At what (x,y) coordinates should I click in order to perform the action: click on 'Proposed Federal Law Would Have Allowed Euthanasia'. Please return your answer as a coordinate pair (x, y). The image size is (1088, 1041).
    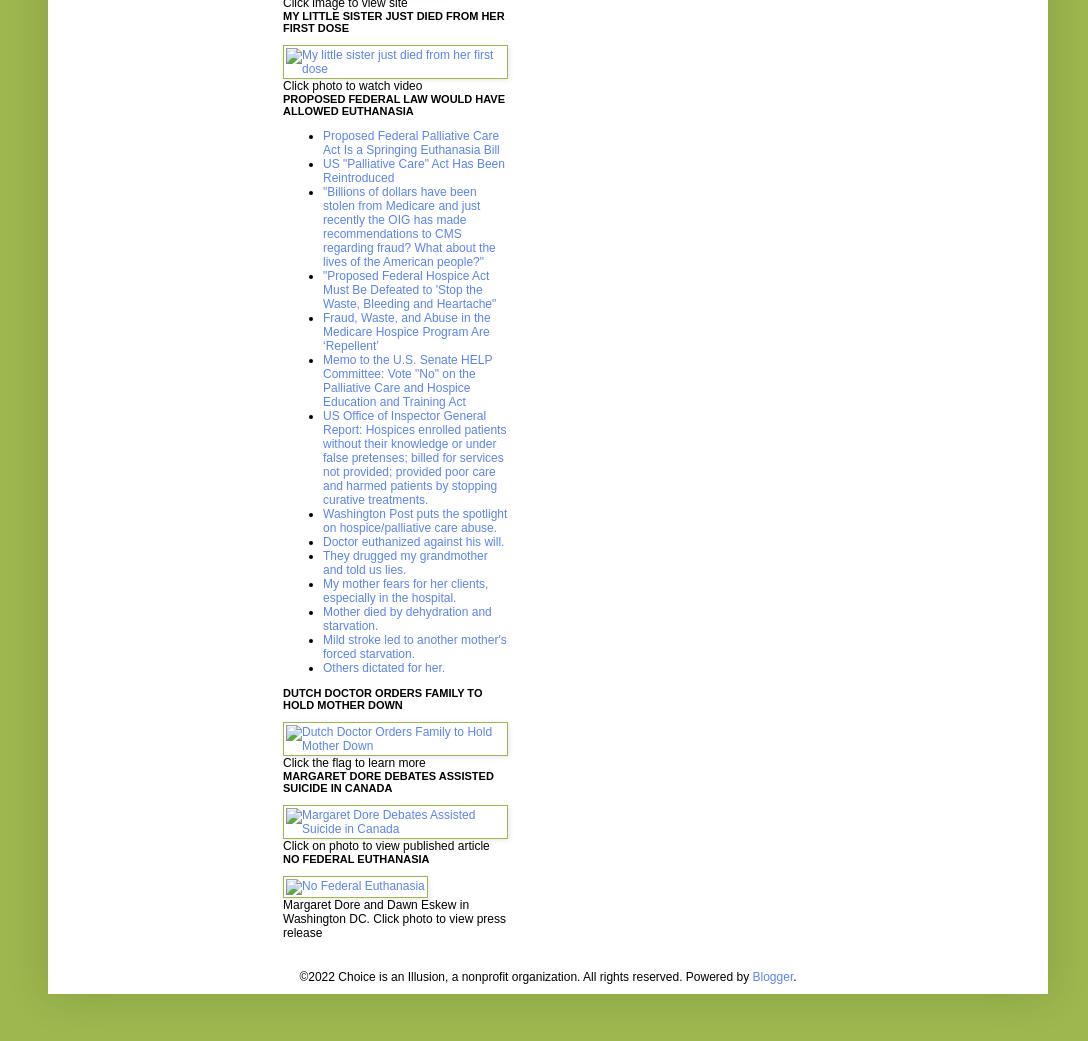
    Looking at the image, I should click on (393, 105).